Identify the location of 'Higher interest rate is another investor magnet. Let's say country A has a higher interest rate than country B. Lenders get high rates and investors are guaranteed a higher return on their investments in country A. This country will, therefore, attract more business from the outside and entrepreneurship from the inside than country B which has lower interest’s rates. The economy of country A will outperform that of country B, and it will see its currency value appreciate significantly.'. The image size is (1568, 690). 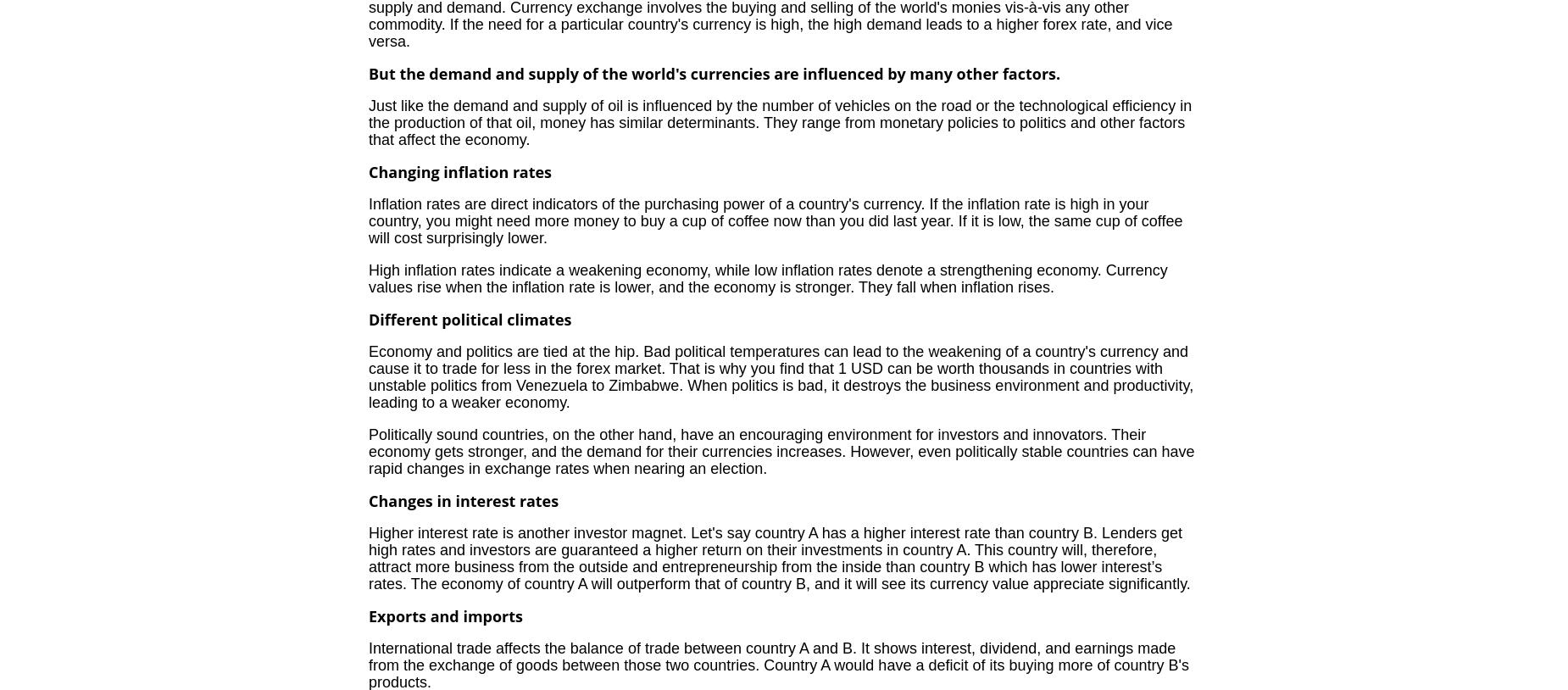
(779, 559).